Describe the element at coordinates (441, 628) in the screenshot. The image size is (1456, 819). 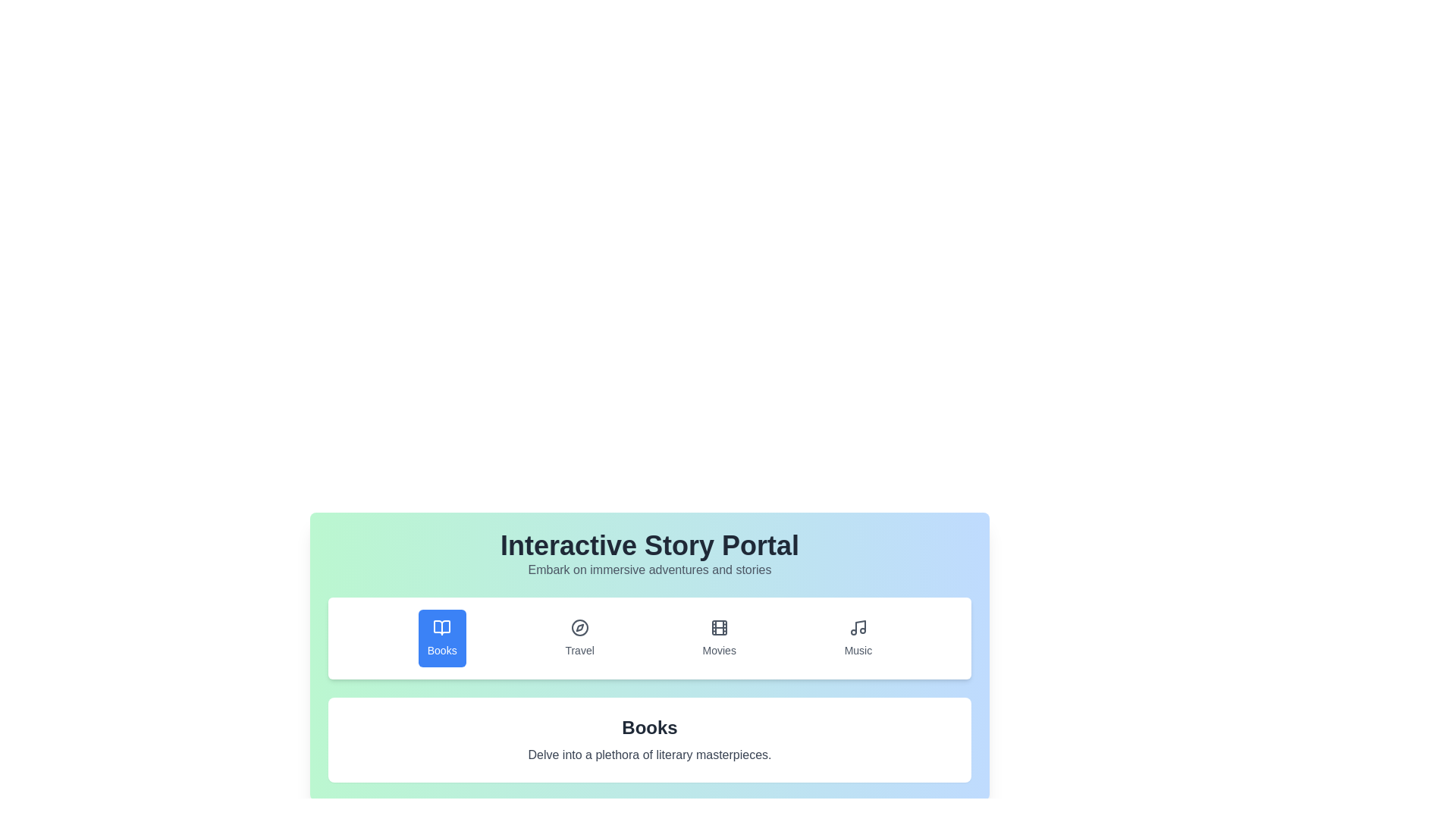
I see `the open book icon within the blue button labeled 'Books'` at that location.